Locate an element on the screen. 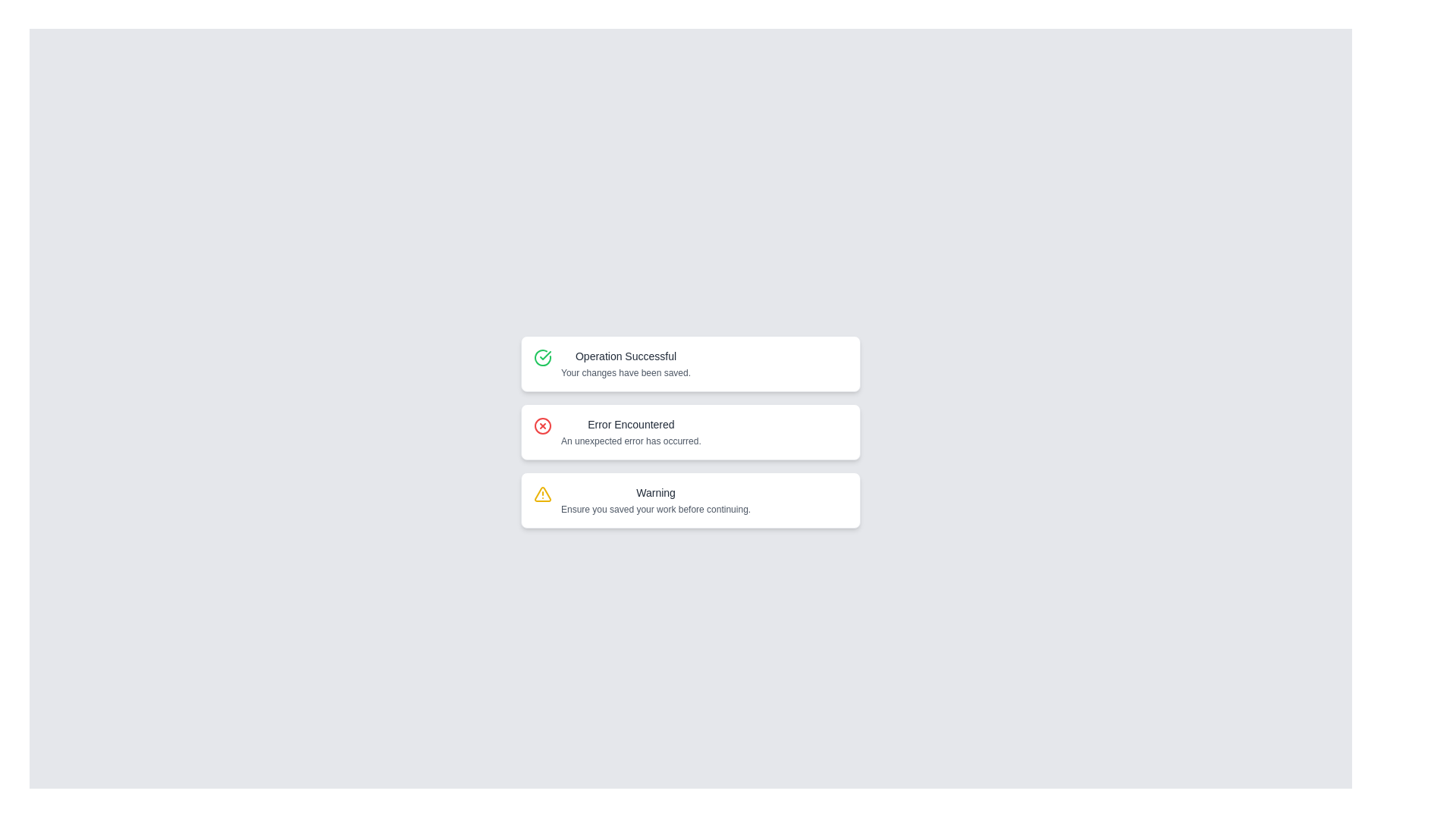  the text element that displays 'Operation Successful', which is styled in a small font size, medium weight, and dark gray color, located at the top of the notification card is located at coordinates (626, 356).